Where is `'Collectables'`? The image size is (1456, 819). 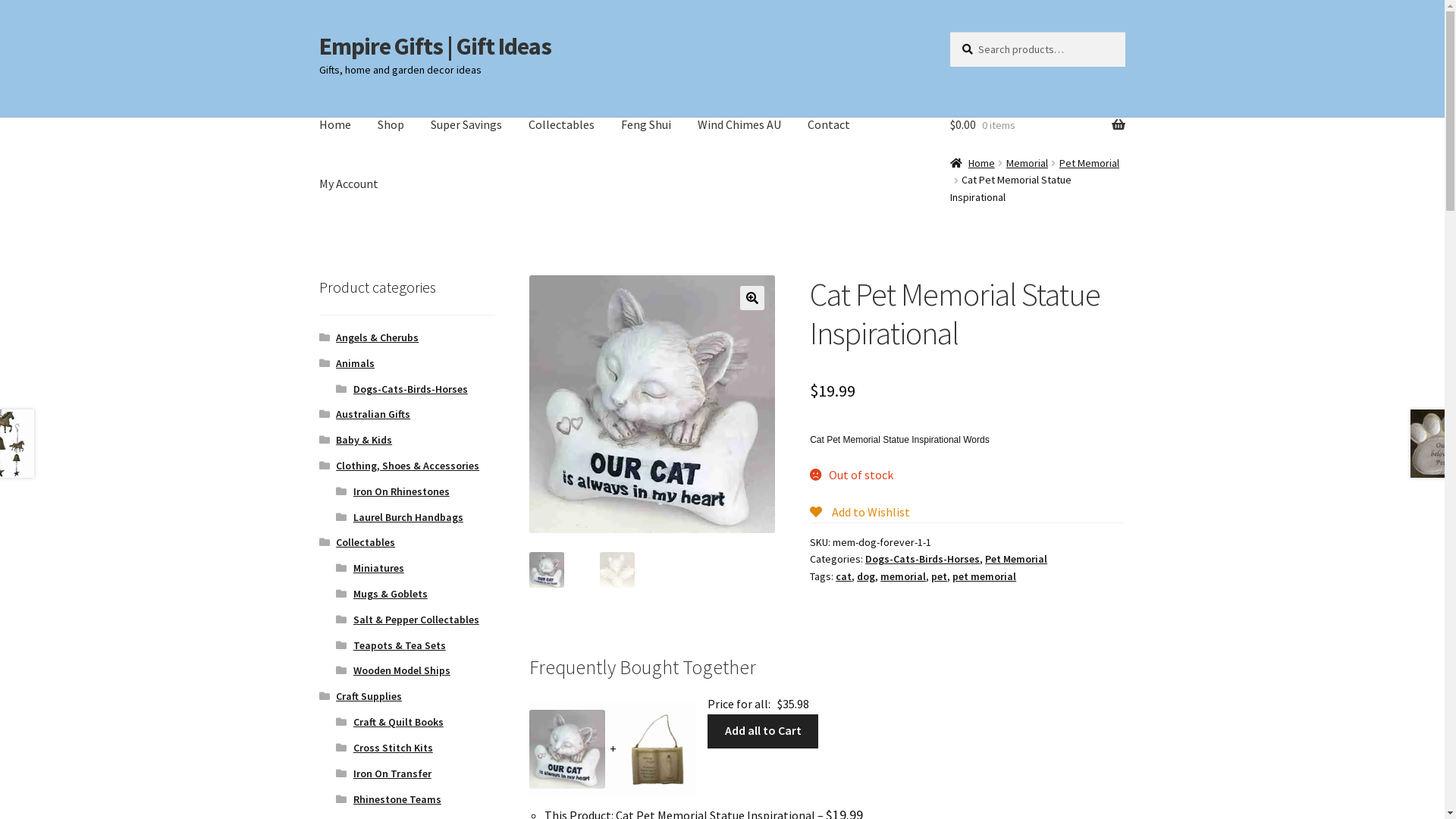
'Collectables' is located at coordinates (365, 541).